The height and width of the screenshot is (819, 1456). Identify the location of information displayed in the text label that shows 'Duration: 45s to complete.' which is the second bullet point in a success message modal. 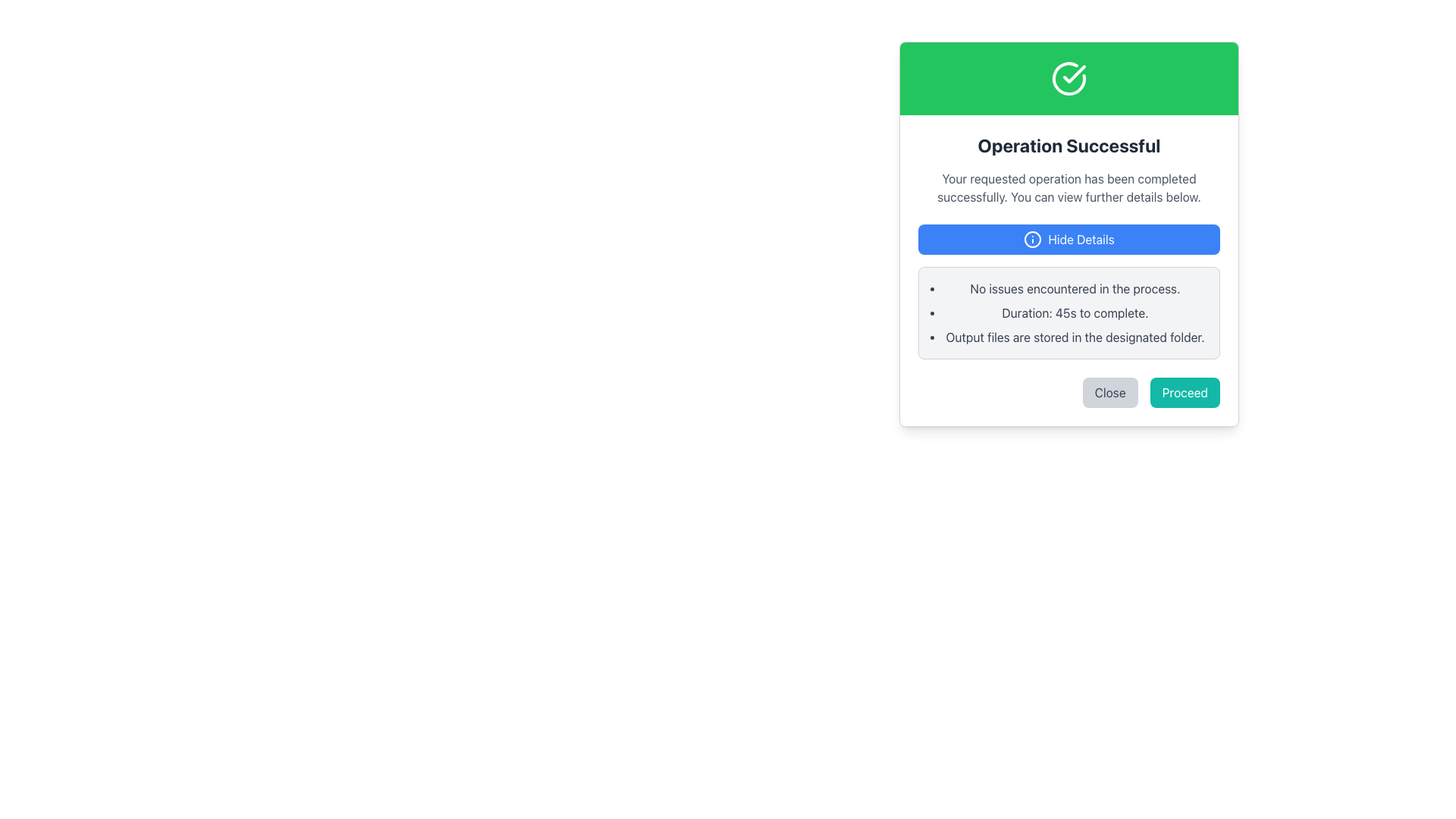
(1074, 312).